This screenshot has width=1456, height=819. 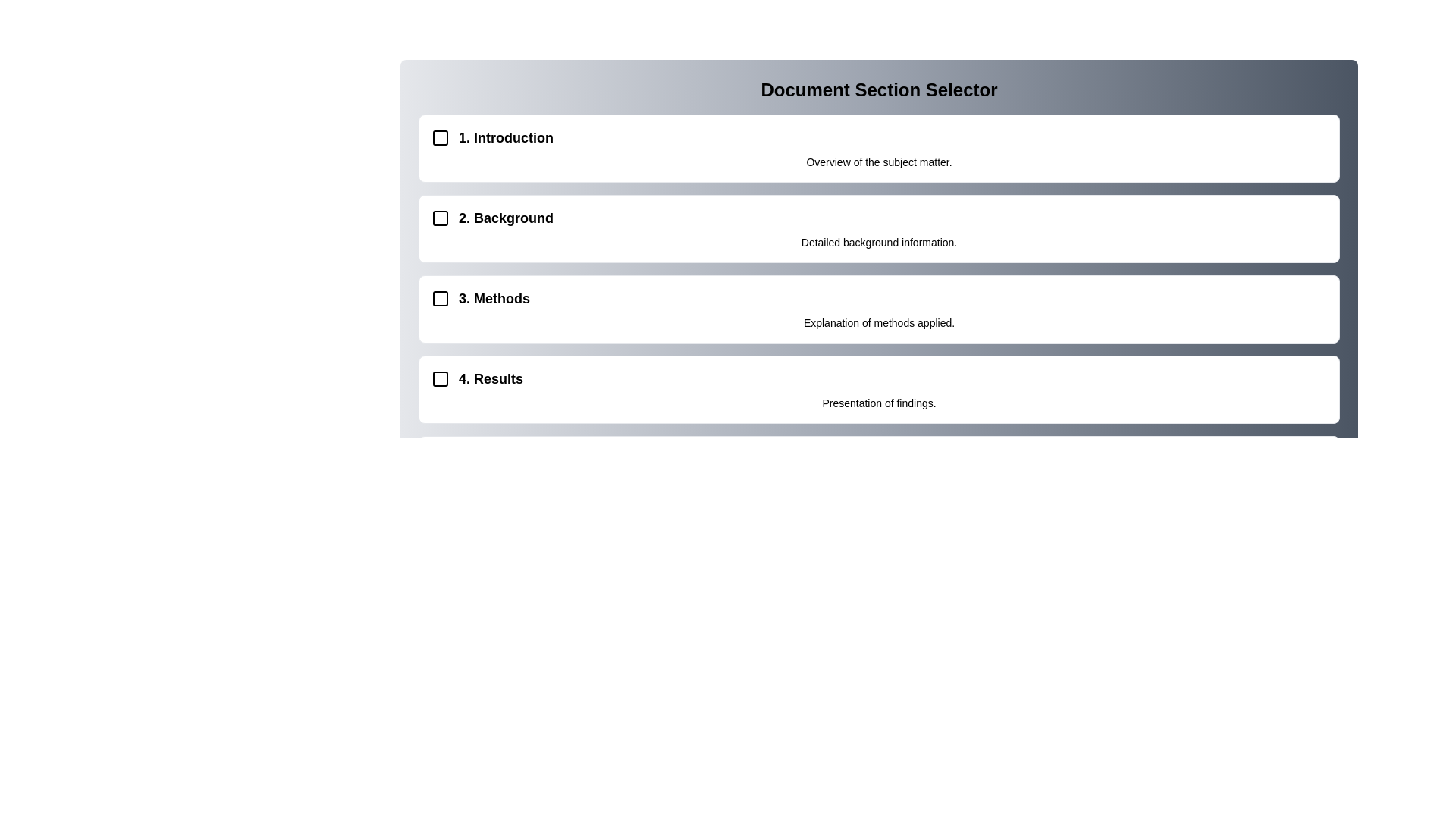 What do you see at coordinates (879, 228) in the screenshot?
I see `the section card labeled 'Background' to view its content` at bounding box center [879, 228].